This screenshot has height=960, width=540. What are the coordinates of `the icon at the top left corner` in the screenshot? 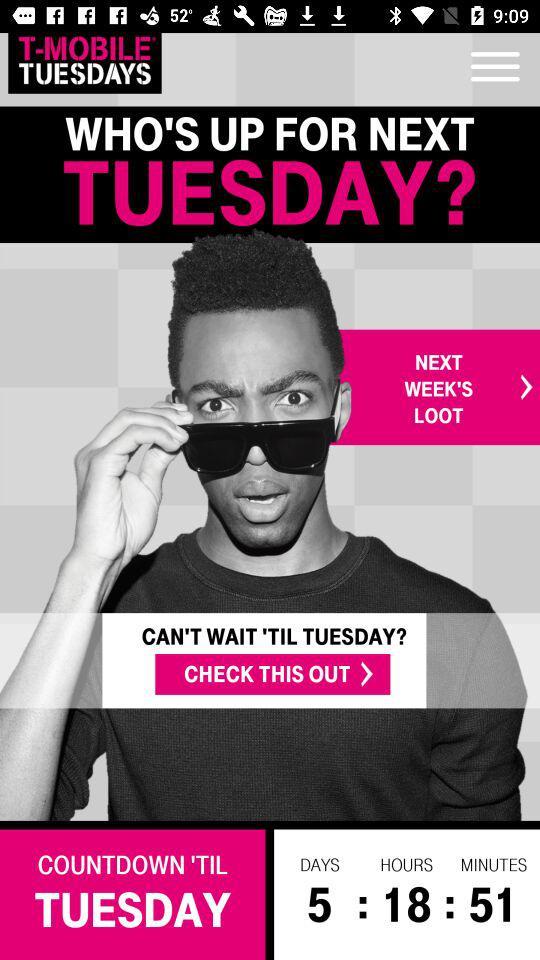 It's located at (83, 59).